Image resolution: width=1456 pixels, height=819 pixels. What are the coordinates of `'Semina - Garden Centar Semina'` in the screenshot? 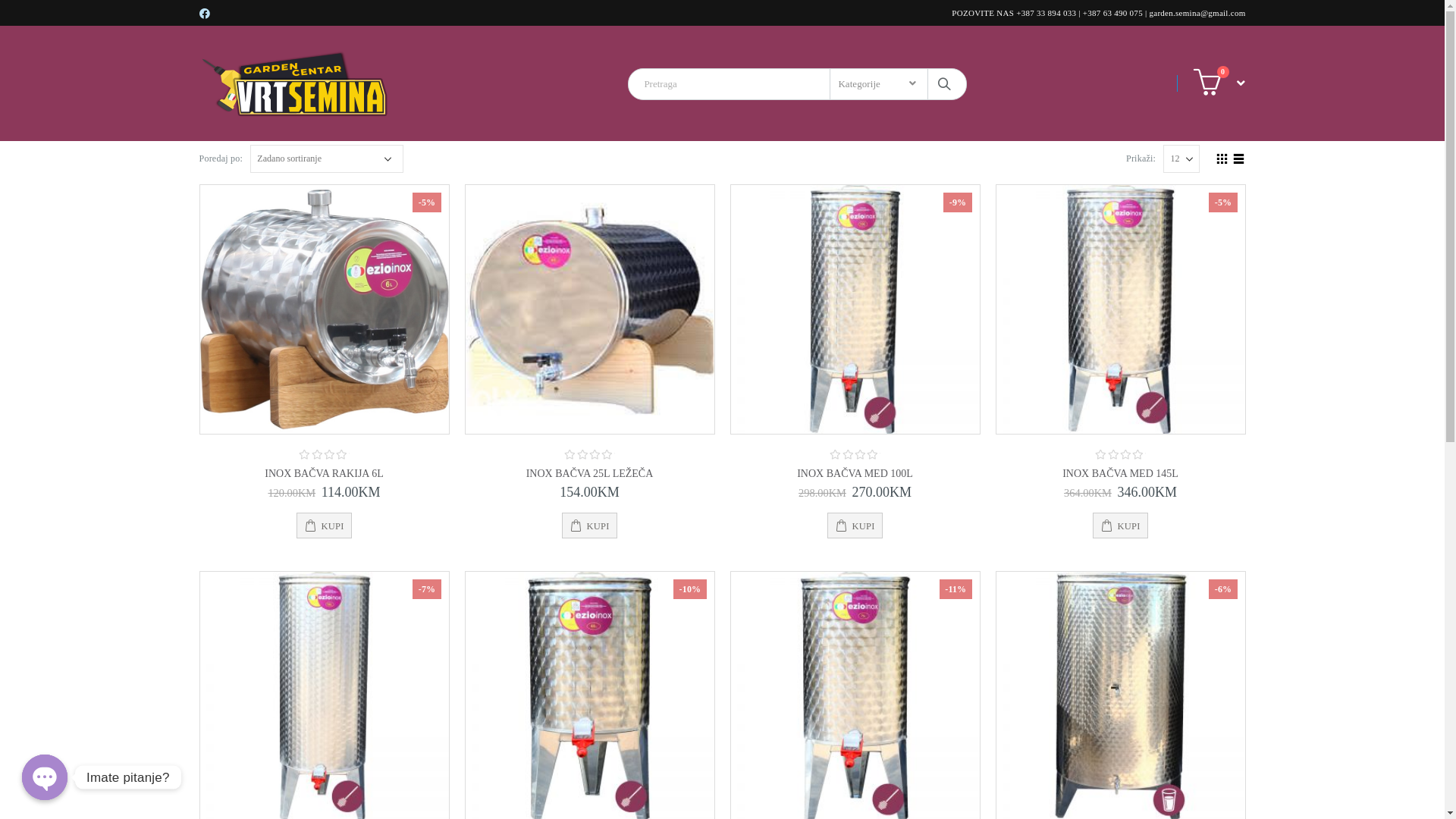 It's located at (293, 83).